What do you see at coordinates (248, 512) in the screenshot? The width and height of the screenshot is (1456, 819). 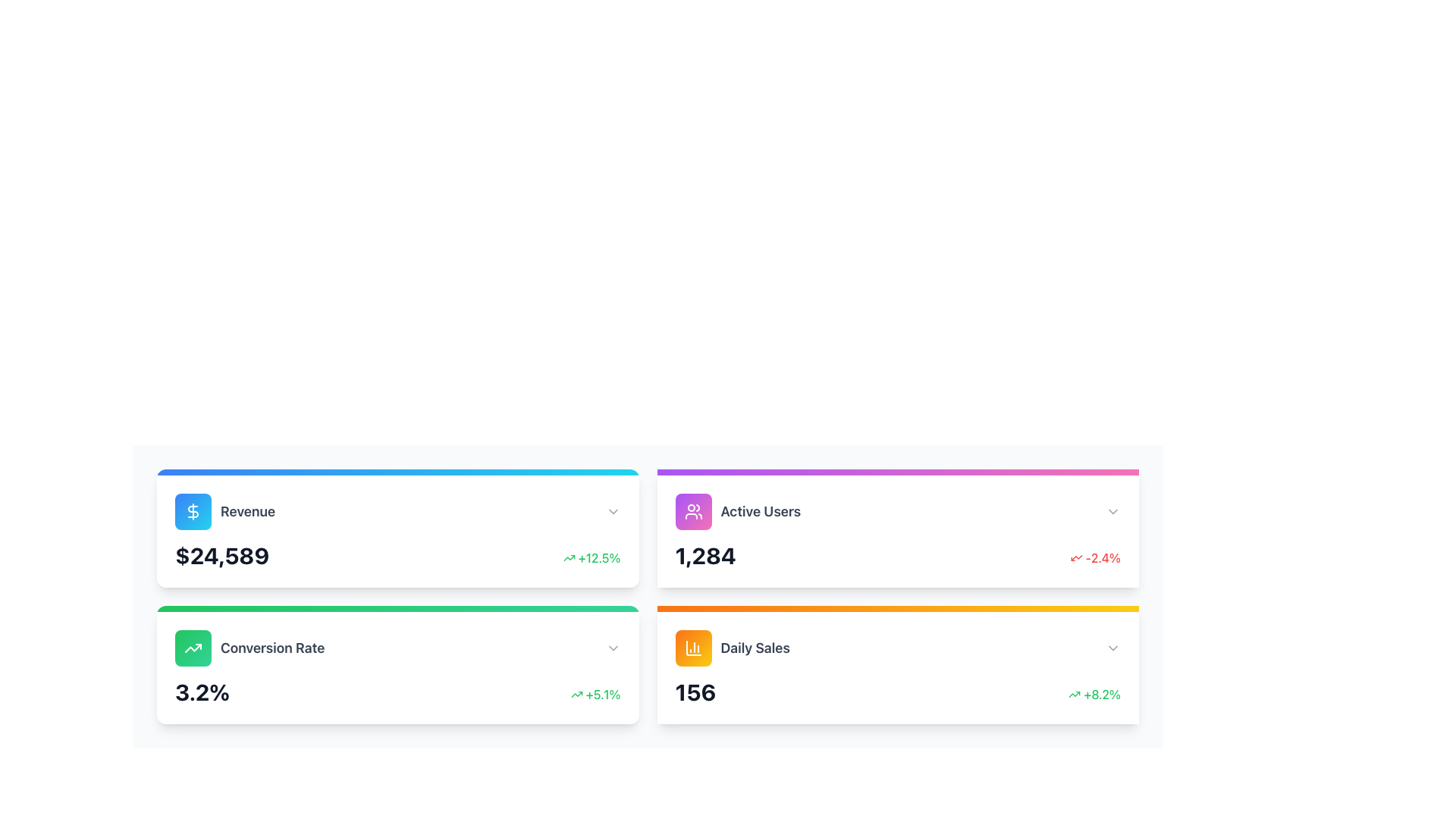 I see `text label displaying 'Revenue' in bold, gray font located in the top-left card of the grid layout, positioned to the right of a blue square with a dollar icon` at bounding box center [248, 512].